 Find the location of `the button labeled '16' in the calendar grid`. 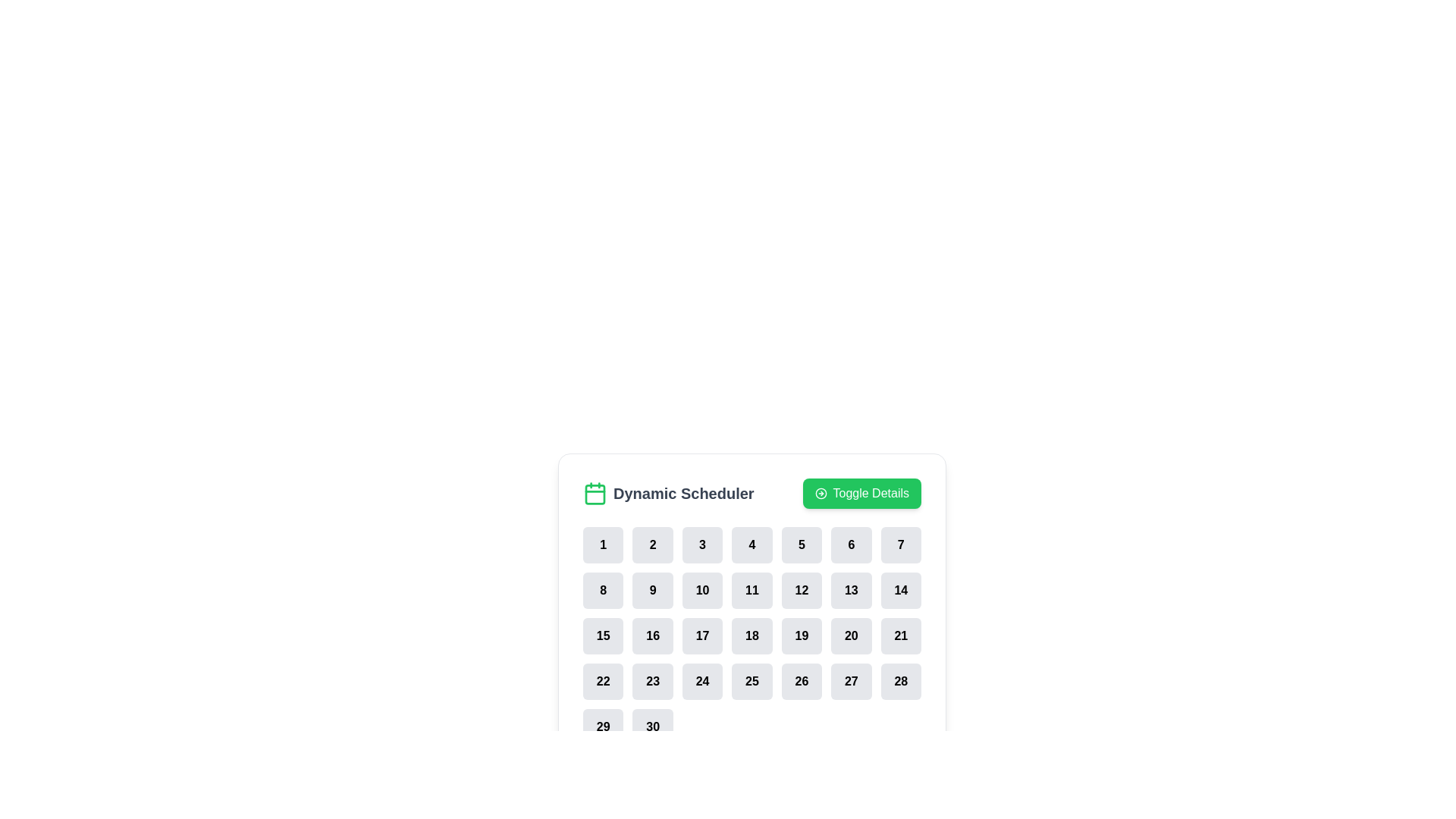

the button labeled '16' in the calendar grid is located at coordinates (653, 636).